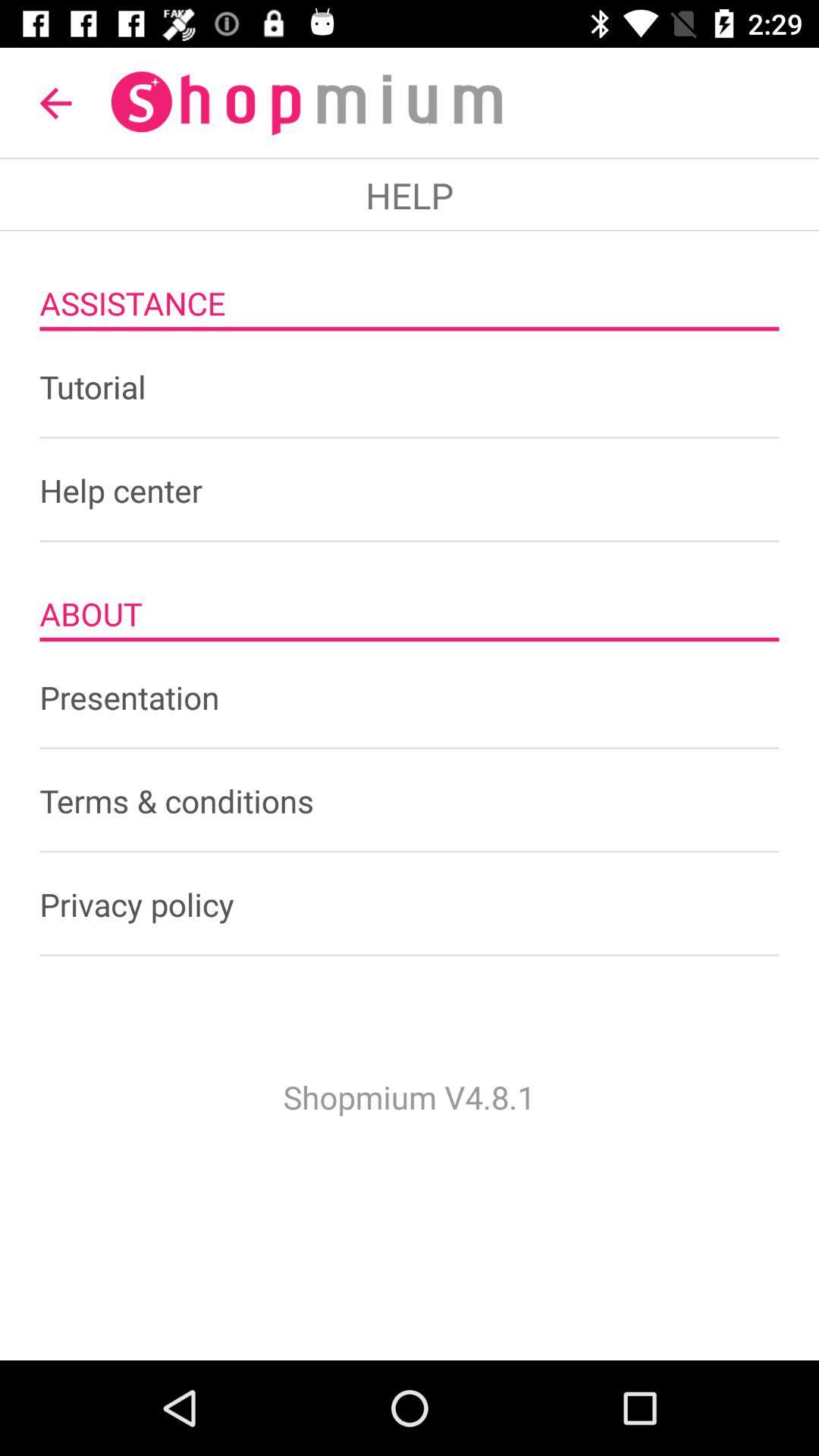 This screenshot has height=1456, width=819. Describe the element at coordinates (55, 102) in the screenshot. I see `icon at the top left corner` at that location.